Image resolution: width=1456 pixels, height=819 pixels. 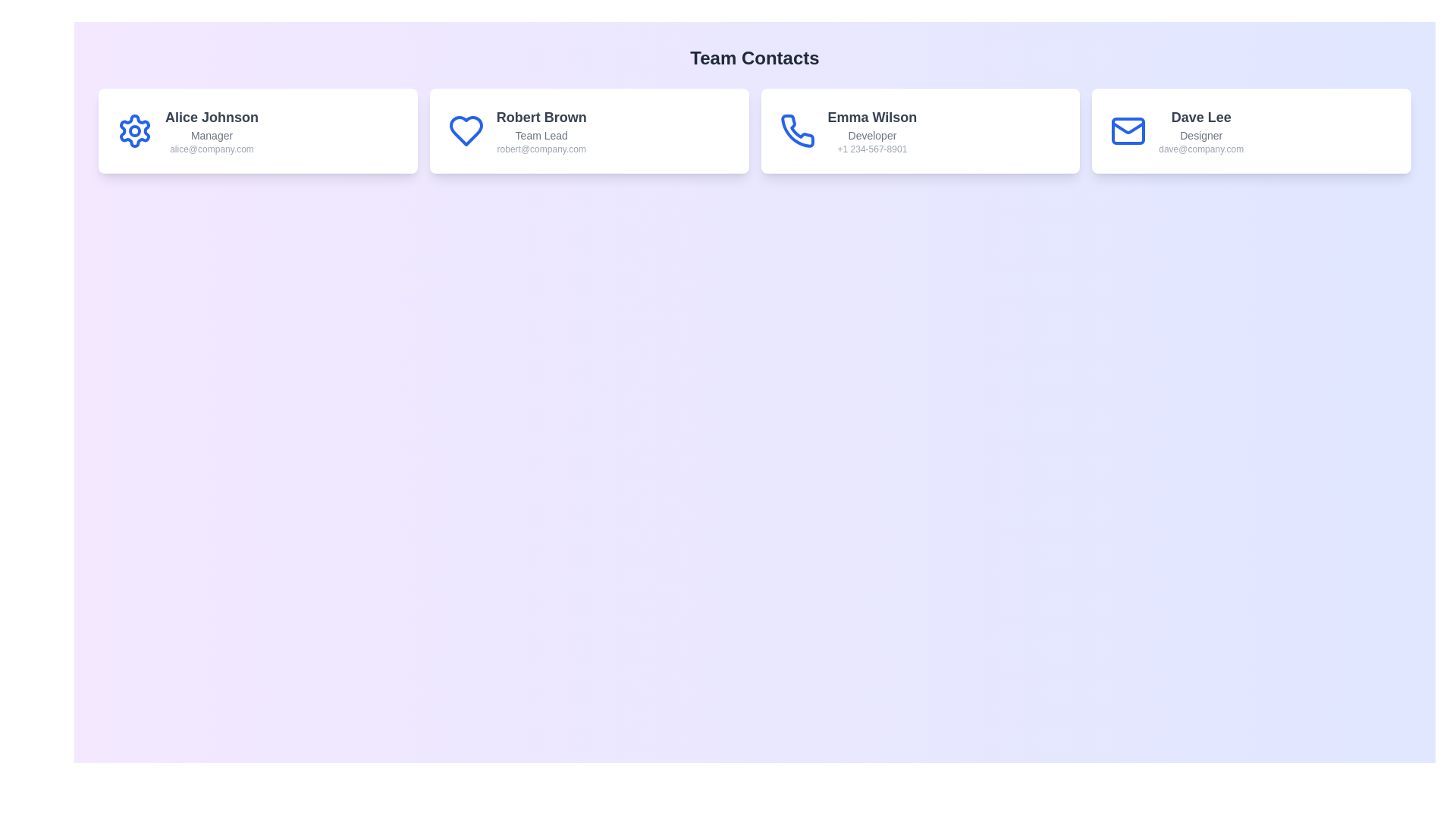 I want to click on the text label that provides additional role information about 'Robert Brown', positioned below his title and above his email, so click(x=541, y=134).